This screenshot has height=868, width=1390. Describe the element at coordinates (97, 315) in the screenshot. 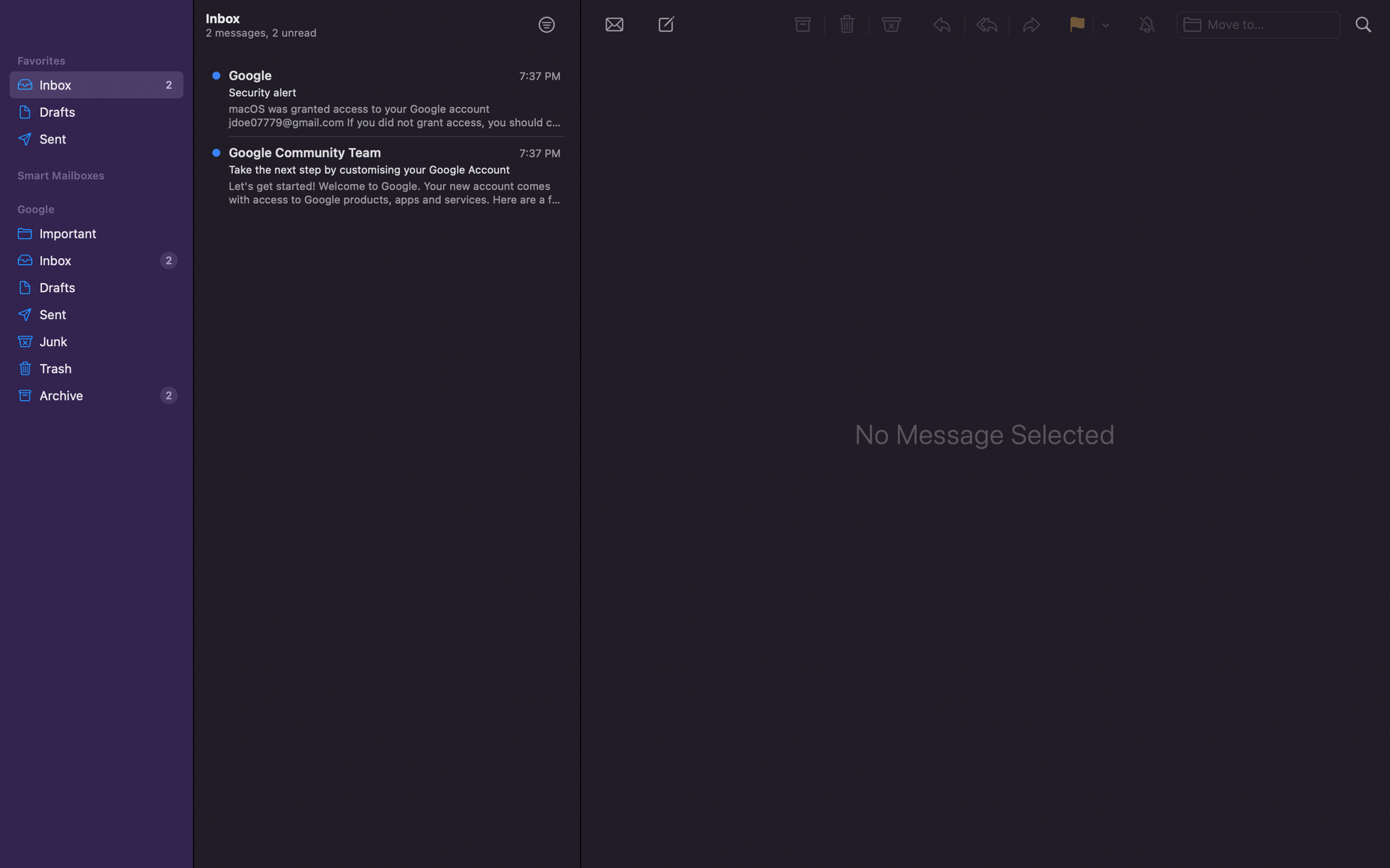

I see `the sent email folder` at that location.